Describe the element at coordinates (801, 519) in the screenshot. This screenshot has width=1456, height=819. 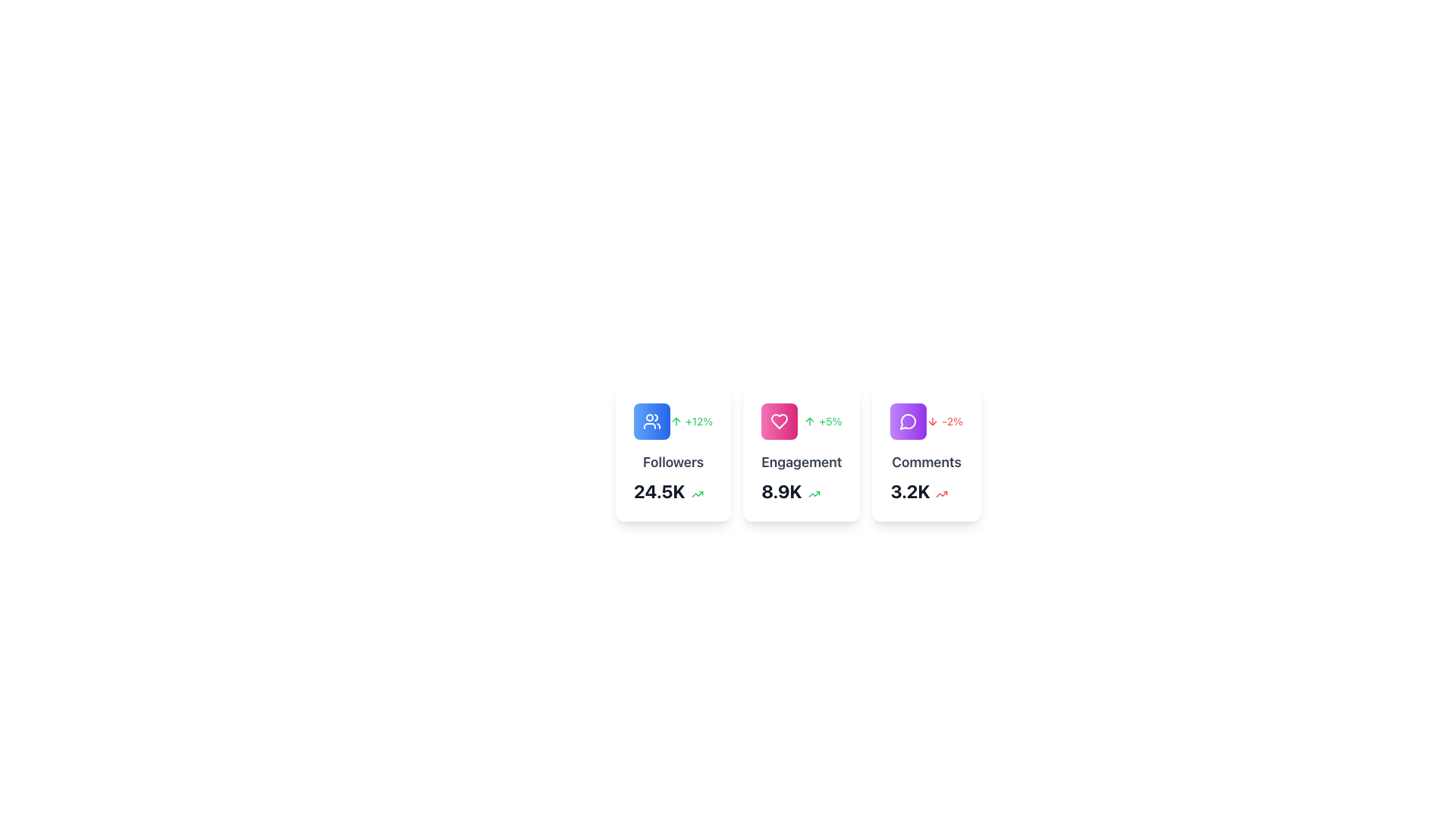
I see `the Decorative bar located at the bottom edge of the card displaying 'Engagement' data, which serves as a footer-like horizontal bar` at that location.